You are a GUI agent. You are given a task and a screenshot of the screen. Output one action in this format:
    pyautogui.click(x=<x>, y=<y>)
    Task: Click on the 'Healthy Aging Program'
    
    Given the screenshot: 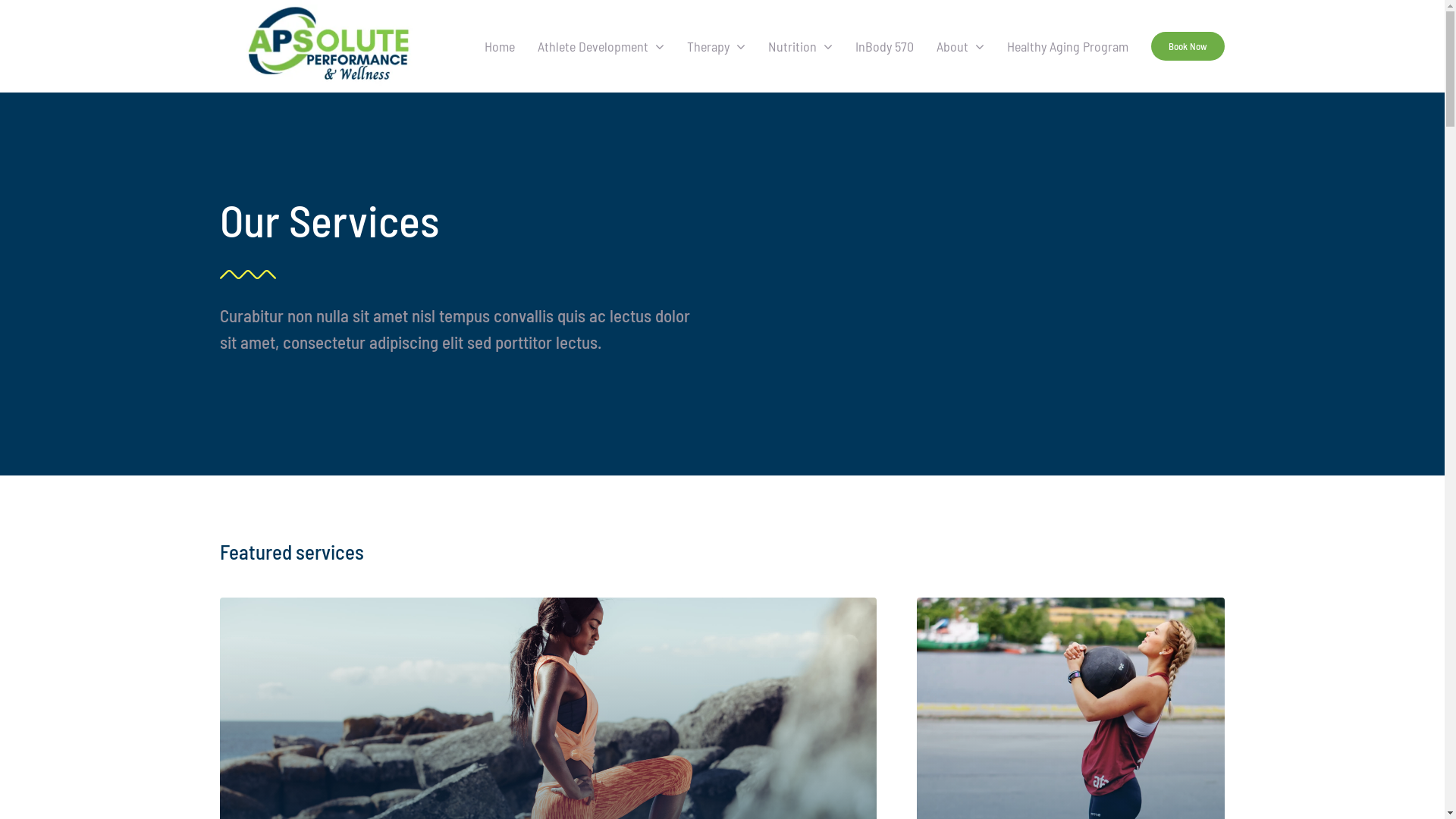 What is the action you would take?
    pyautogui.click(x=1066, y=45)
    